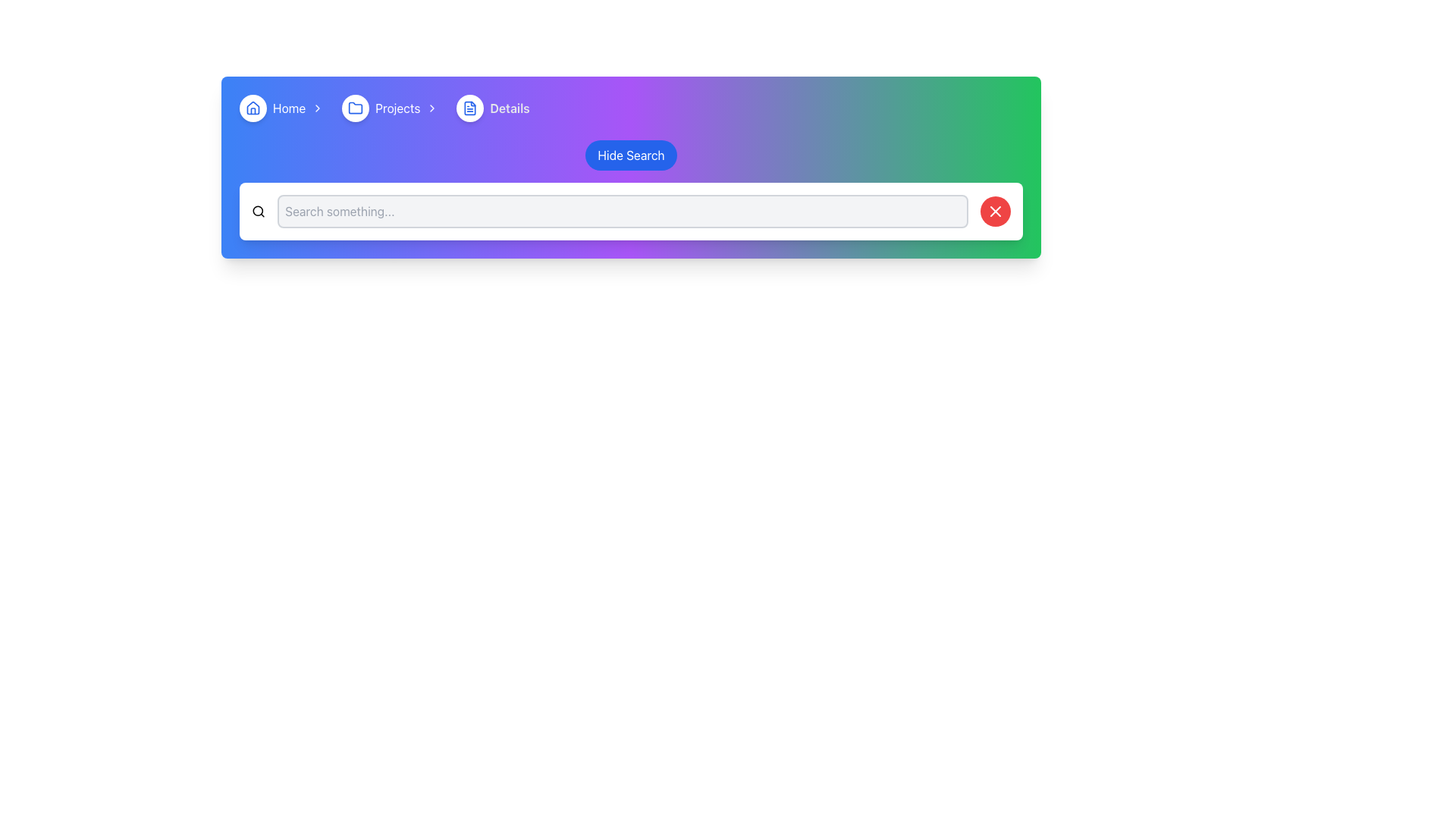 The image size is (1456, 819). Describe the element at coordinates (996, 211) in the screenshot. I see `the circular red button with a white 'X' symbol` at that location.